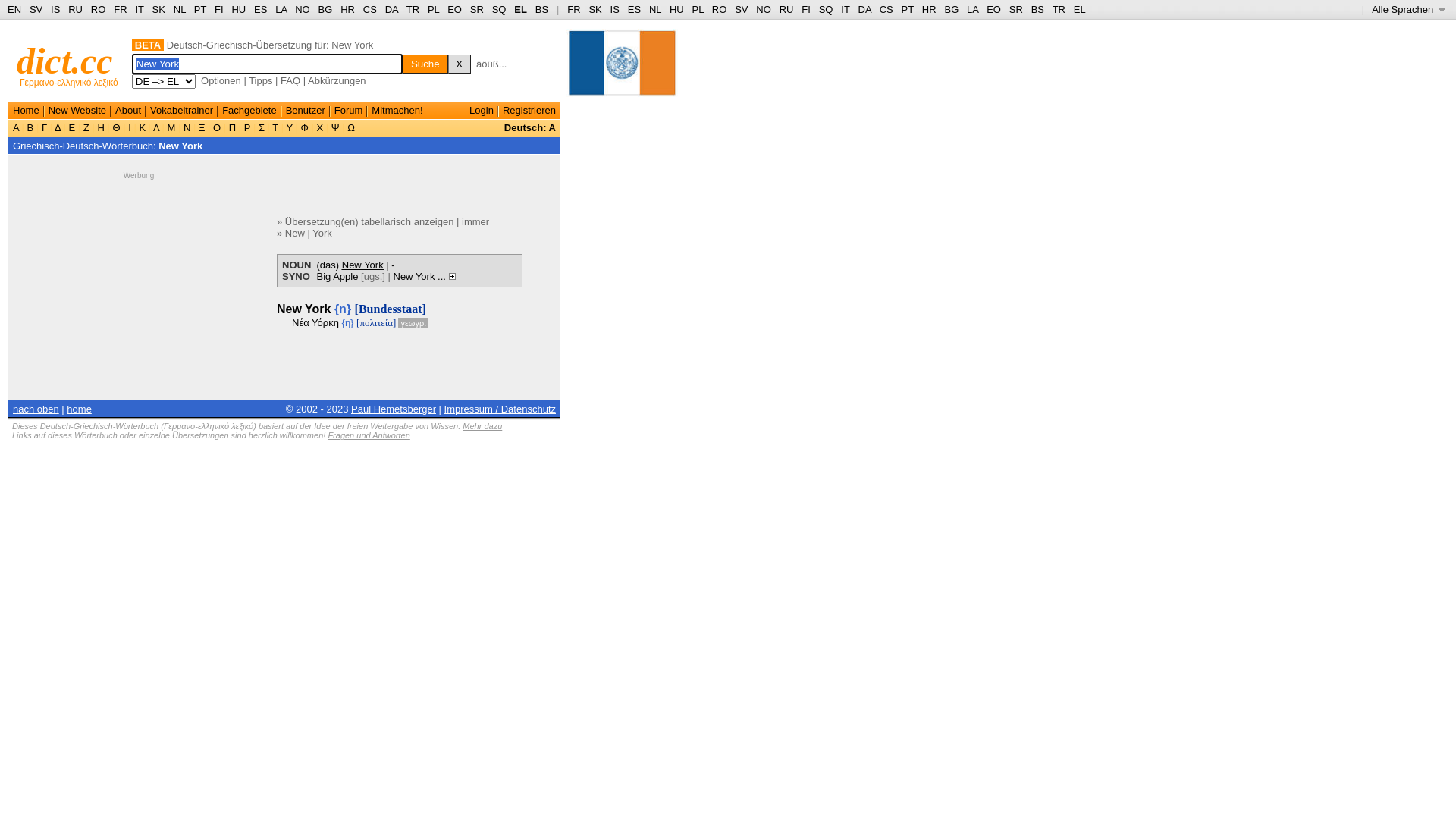  What do you see at coordinates (127, 109) in the screenshot?
I see `'About'` at bounding box center [127, 109].